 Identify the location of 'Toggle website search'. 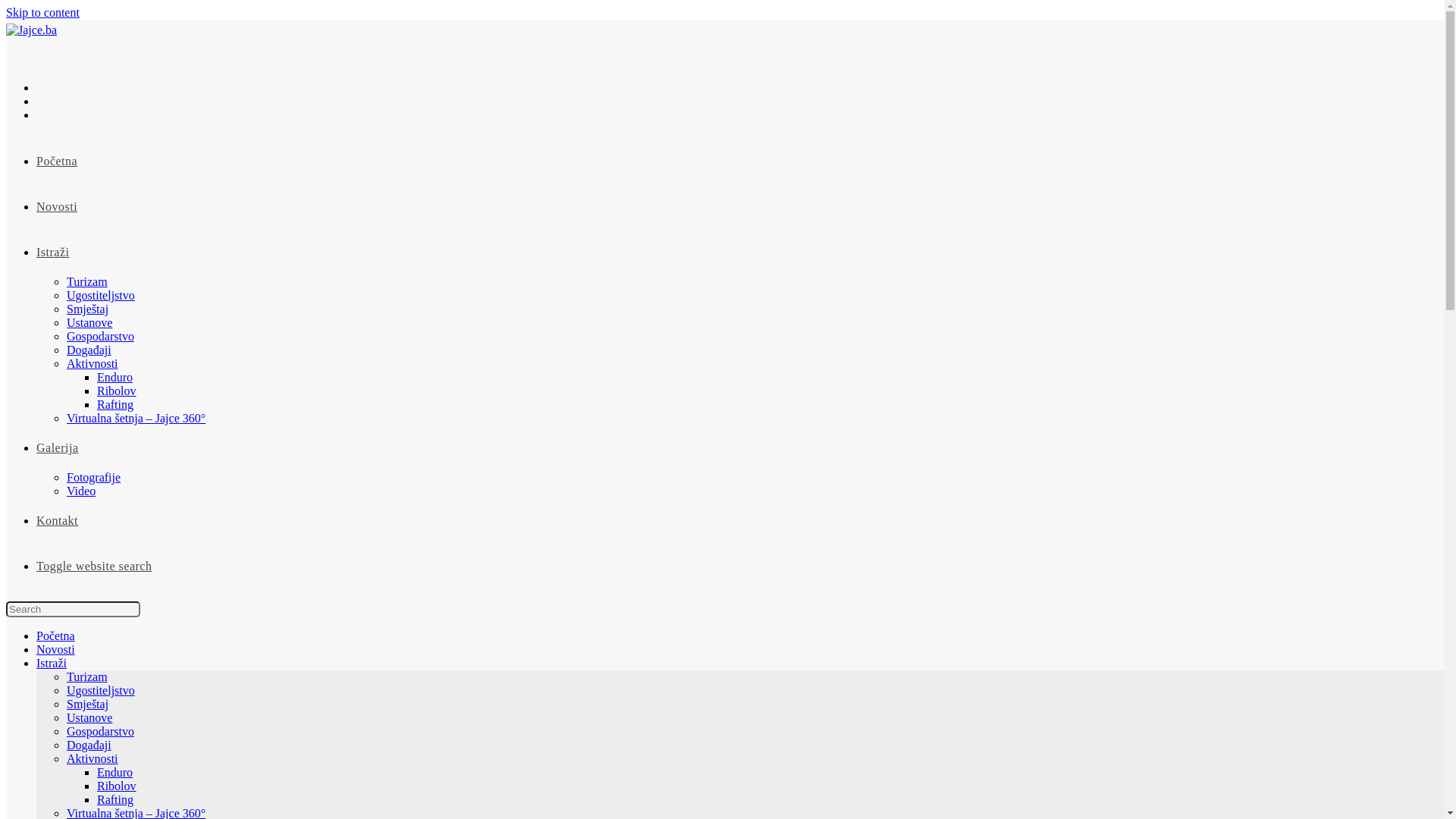
(36, 566).